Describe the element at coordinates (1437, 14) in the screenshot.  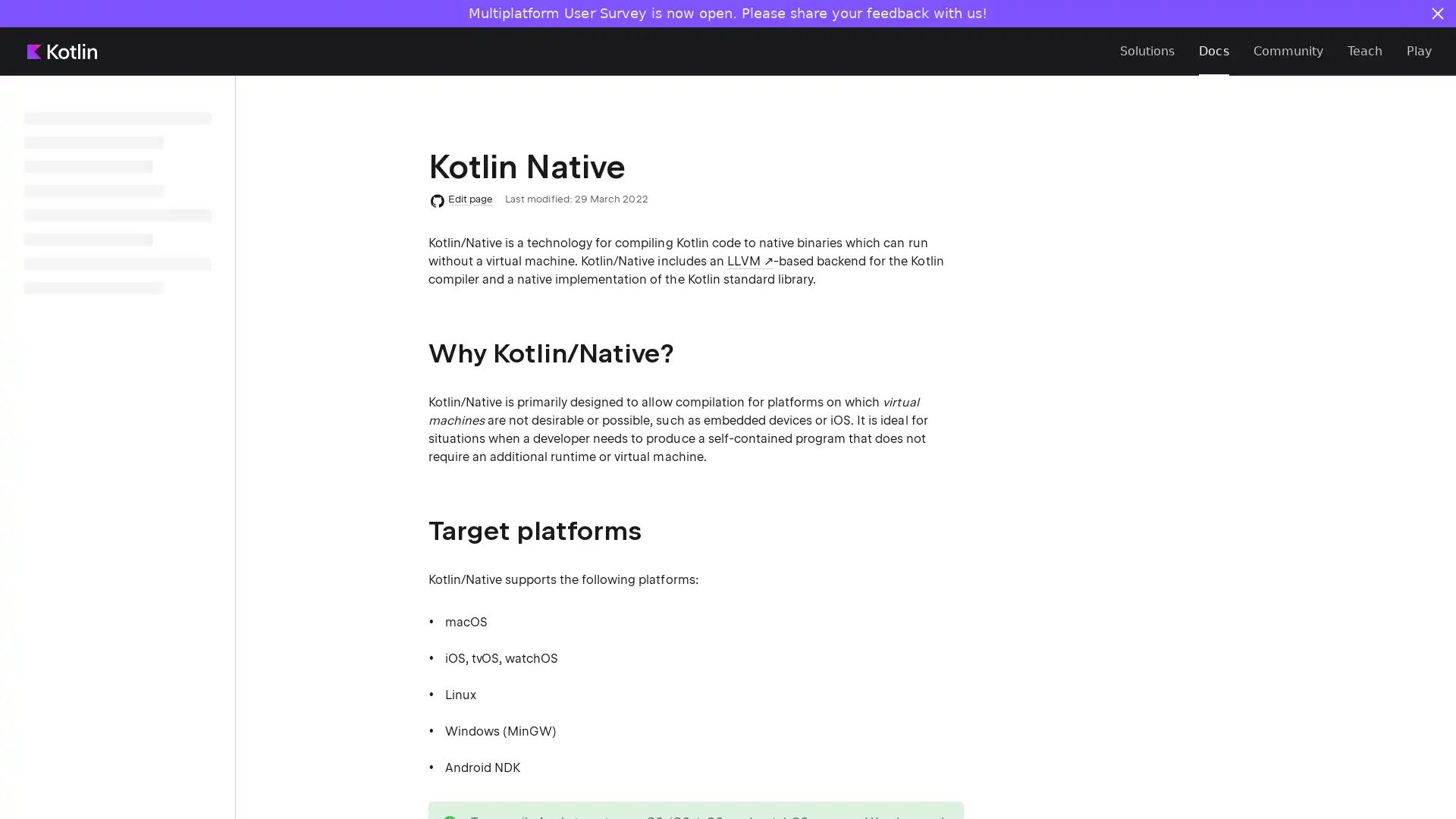
I see `Close` at that location.